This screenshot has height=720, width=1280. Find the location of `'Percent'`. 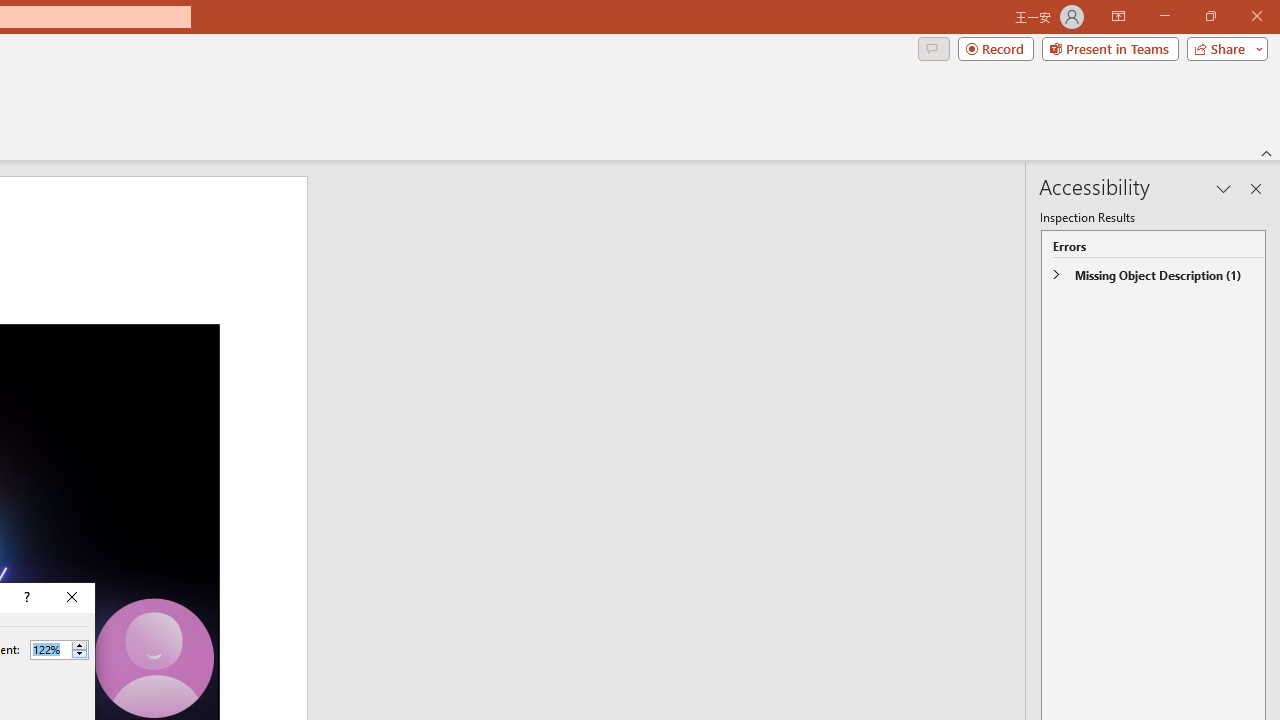

'Percent' is located at coordinates (59, 650).